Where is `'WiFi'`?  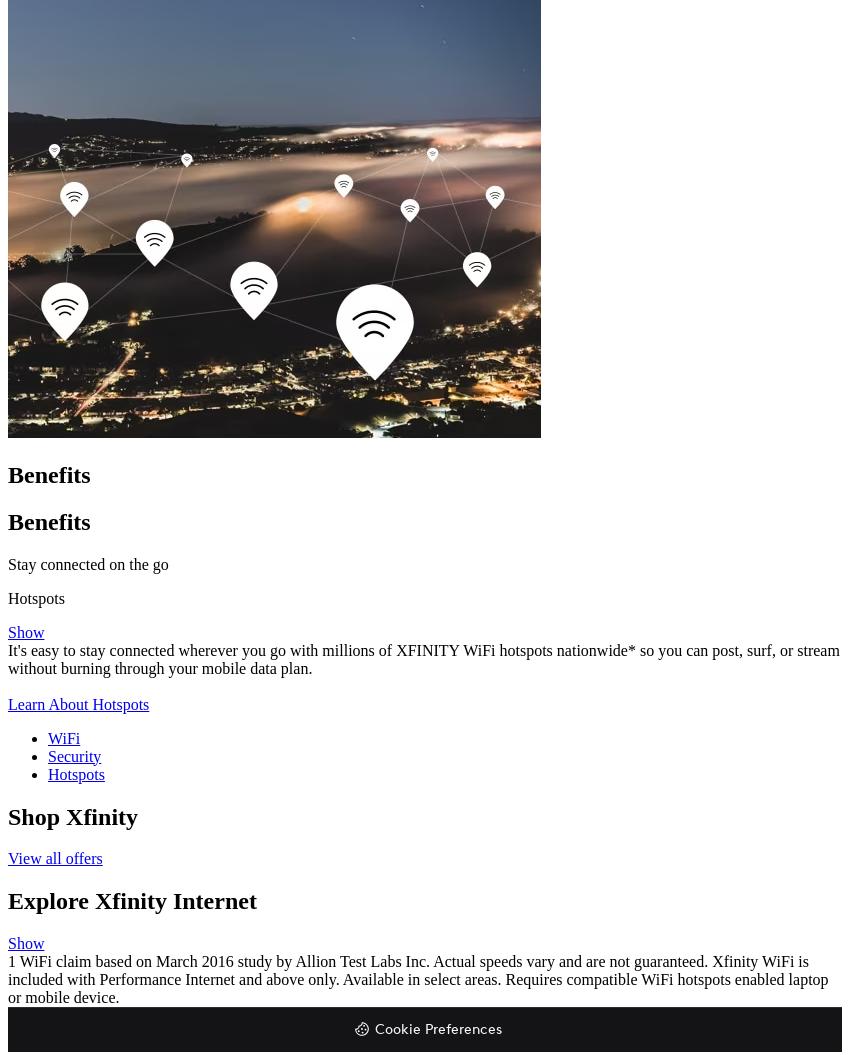
'WiFi' is located at coordinates (64, 737).